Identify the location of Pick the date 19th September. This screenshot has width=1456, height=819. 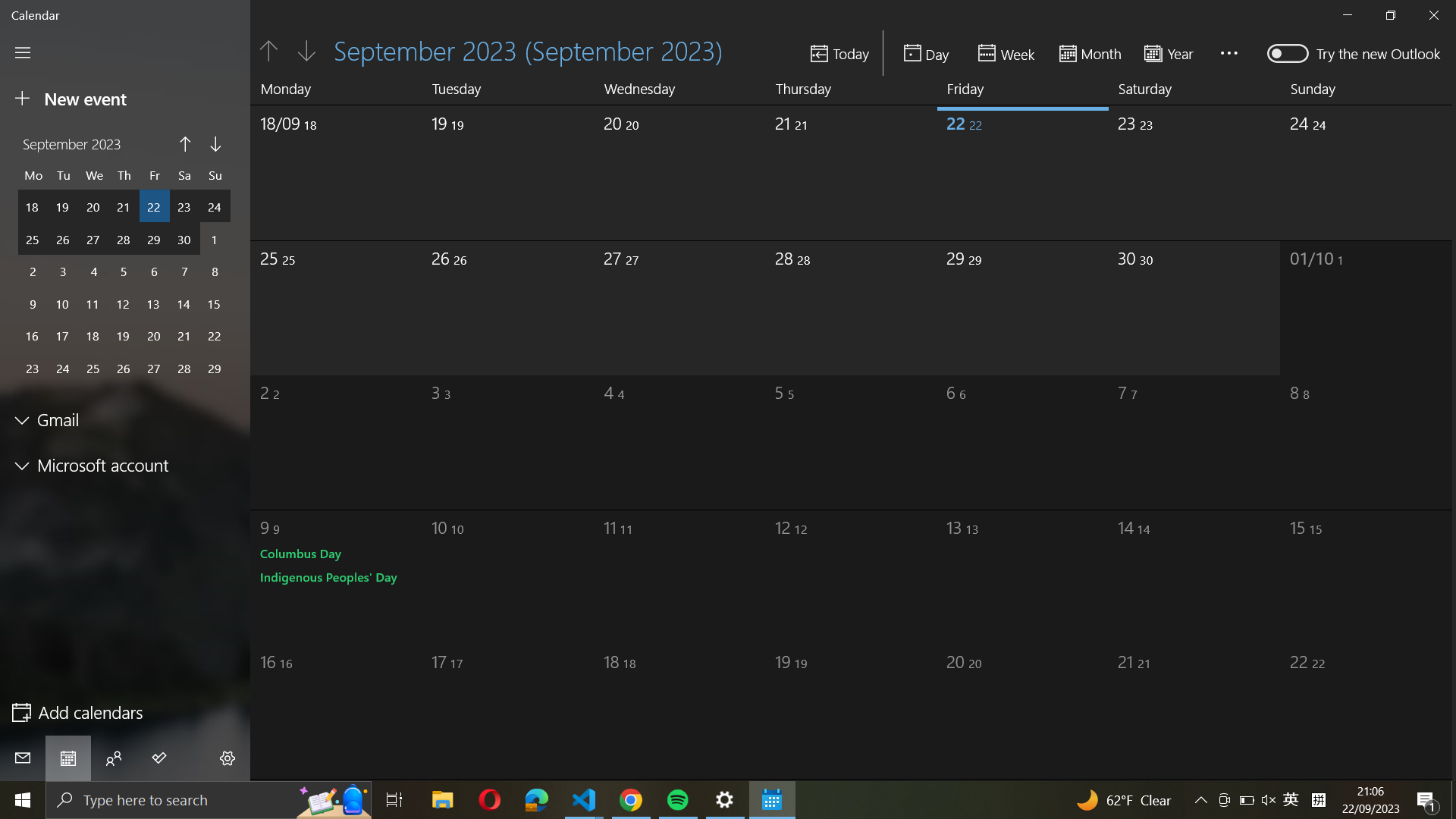
(475, 169).